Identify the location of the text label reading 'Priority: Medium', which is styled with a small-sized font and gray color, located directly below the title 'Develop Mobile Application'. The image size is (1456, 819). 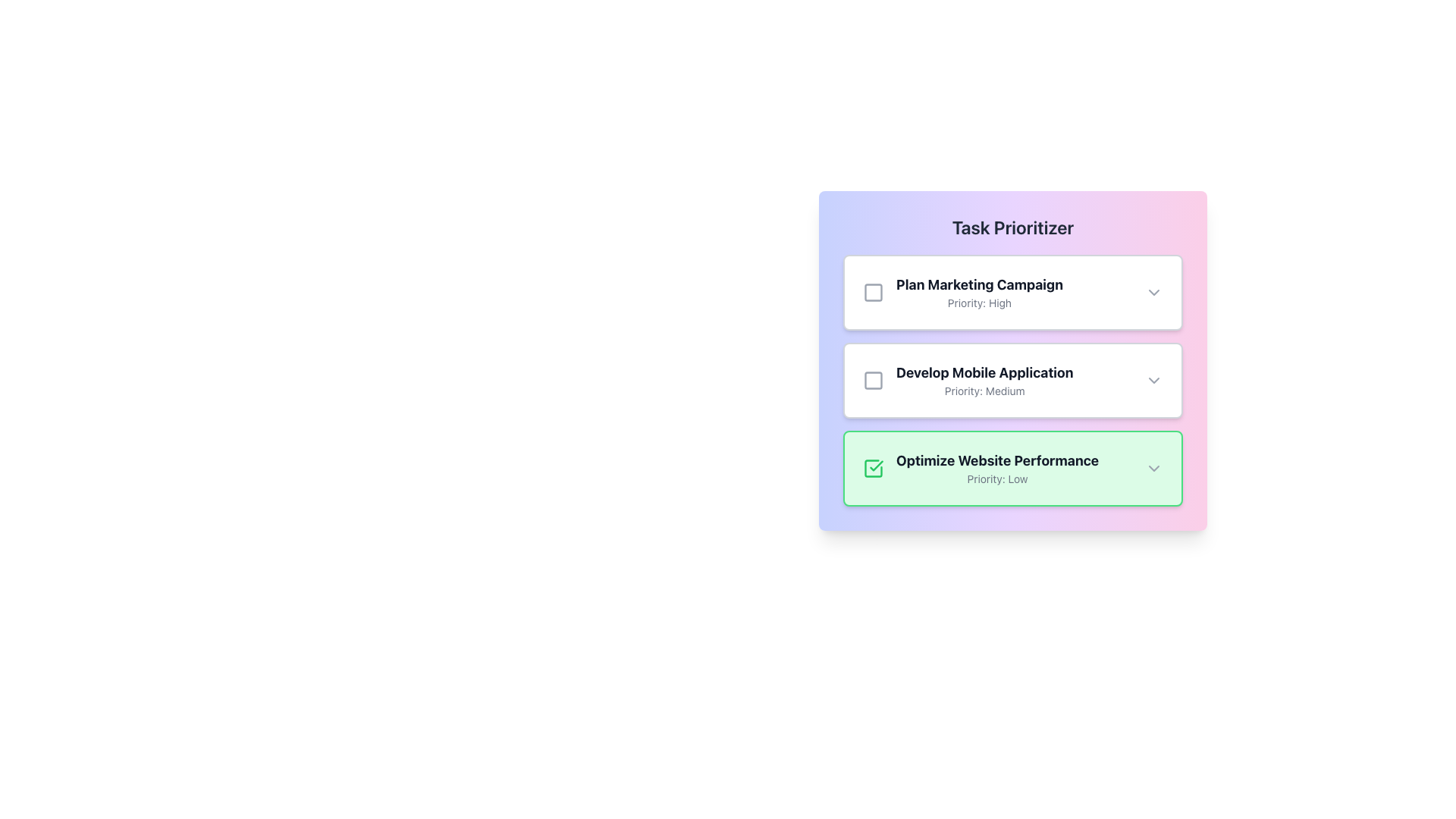
(984, 391).